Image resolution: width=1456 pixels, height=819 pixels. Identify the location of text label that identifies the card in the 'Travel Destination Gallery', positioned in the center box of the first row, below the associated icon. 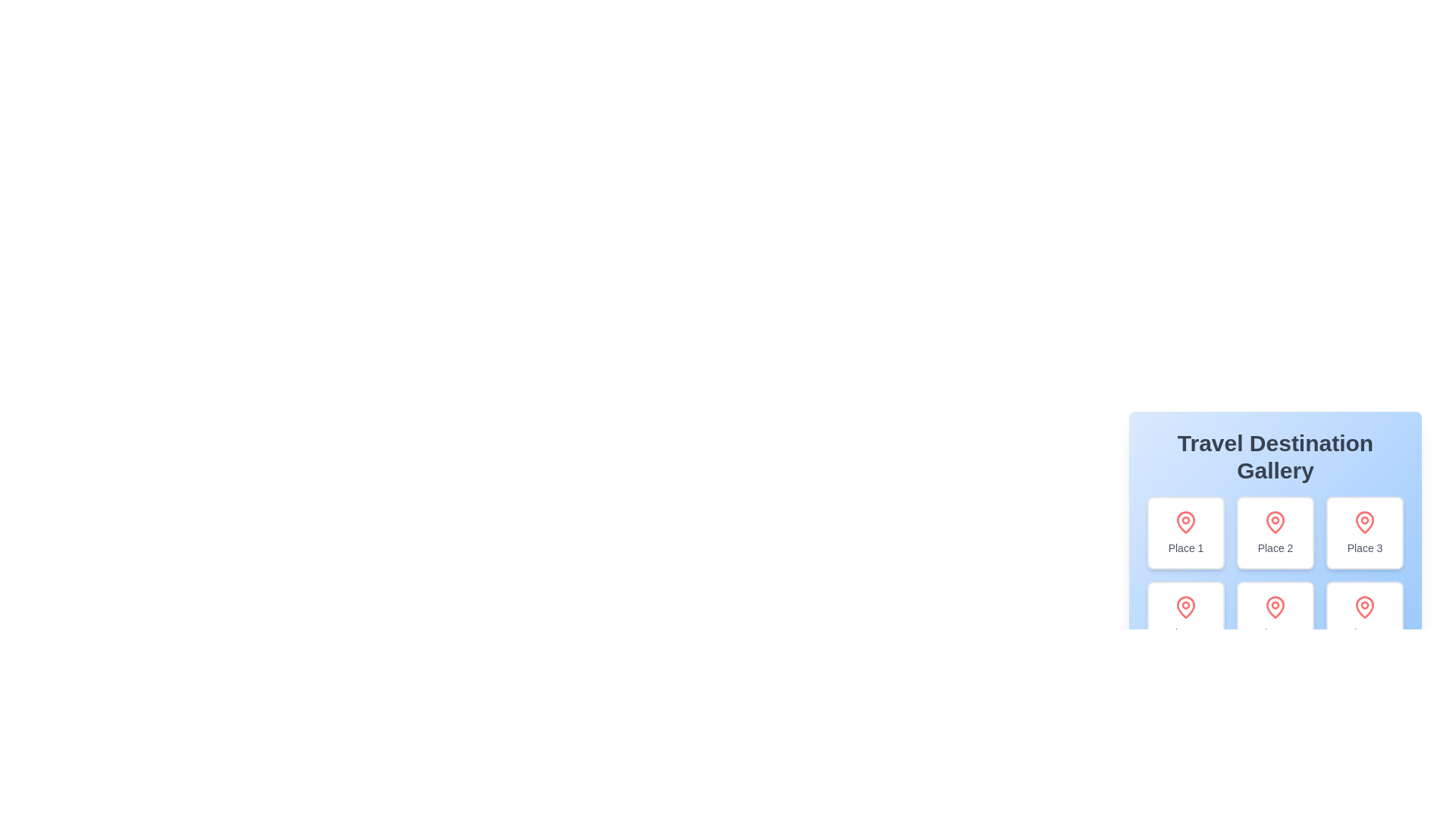
(1274, 548).